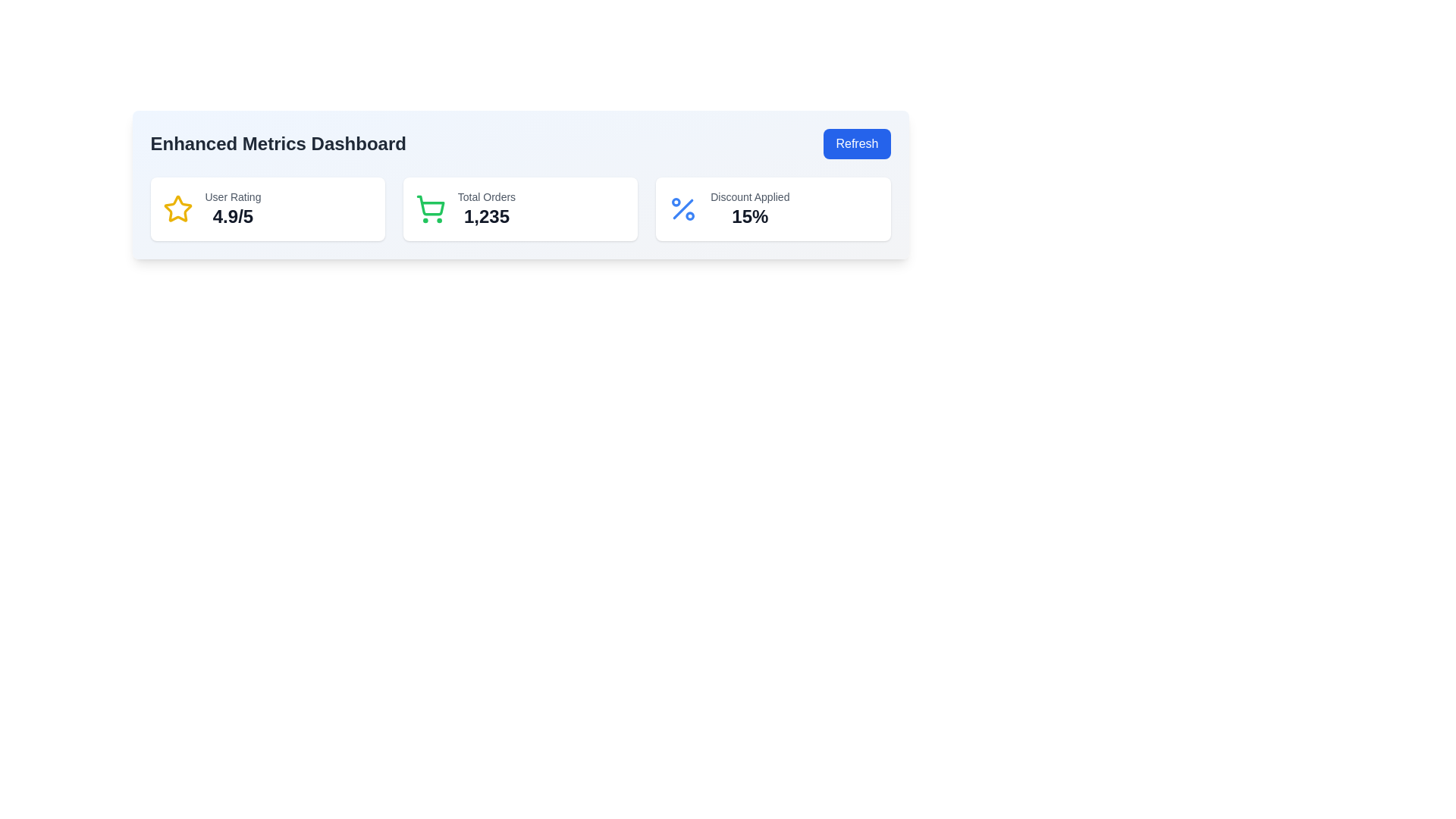  What do you see at coordinates (177, 209) in the screenshot?
I see `the 'User Rating' icon located within the 'User Rating' card on the Enhanced Metrics Dashboard, positioned to the left of the text 'User Rating 4.9/5'` at bounding box center [177, 209].